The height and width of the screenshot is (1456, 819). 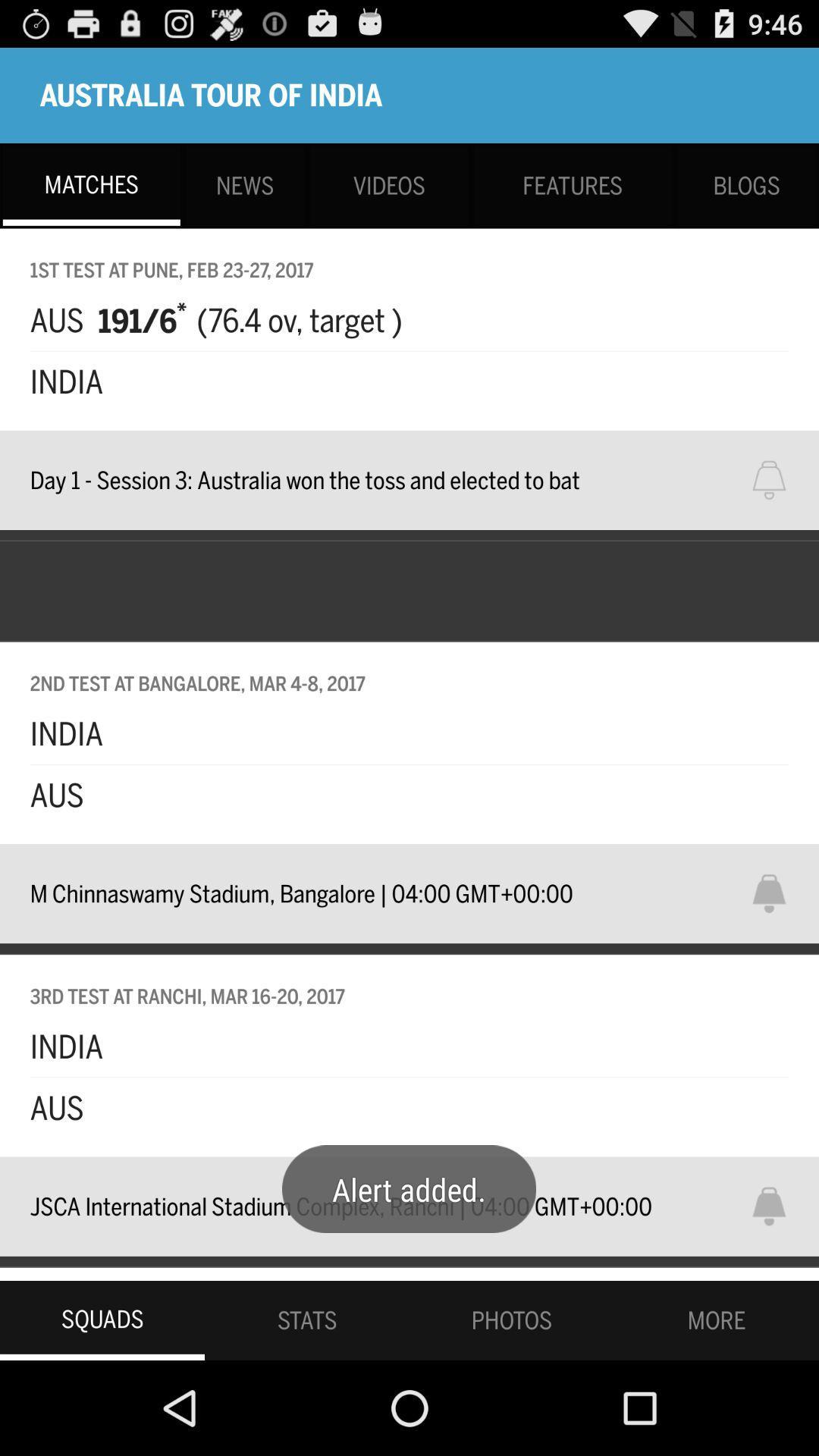 I want to click on for notification, so click(x=779, y=479).